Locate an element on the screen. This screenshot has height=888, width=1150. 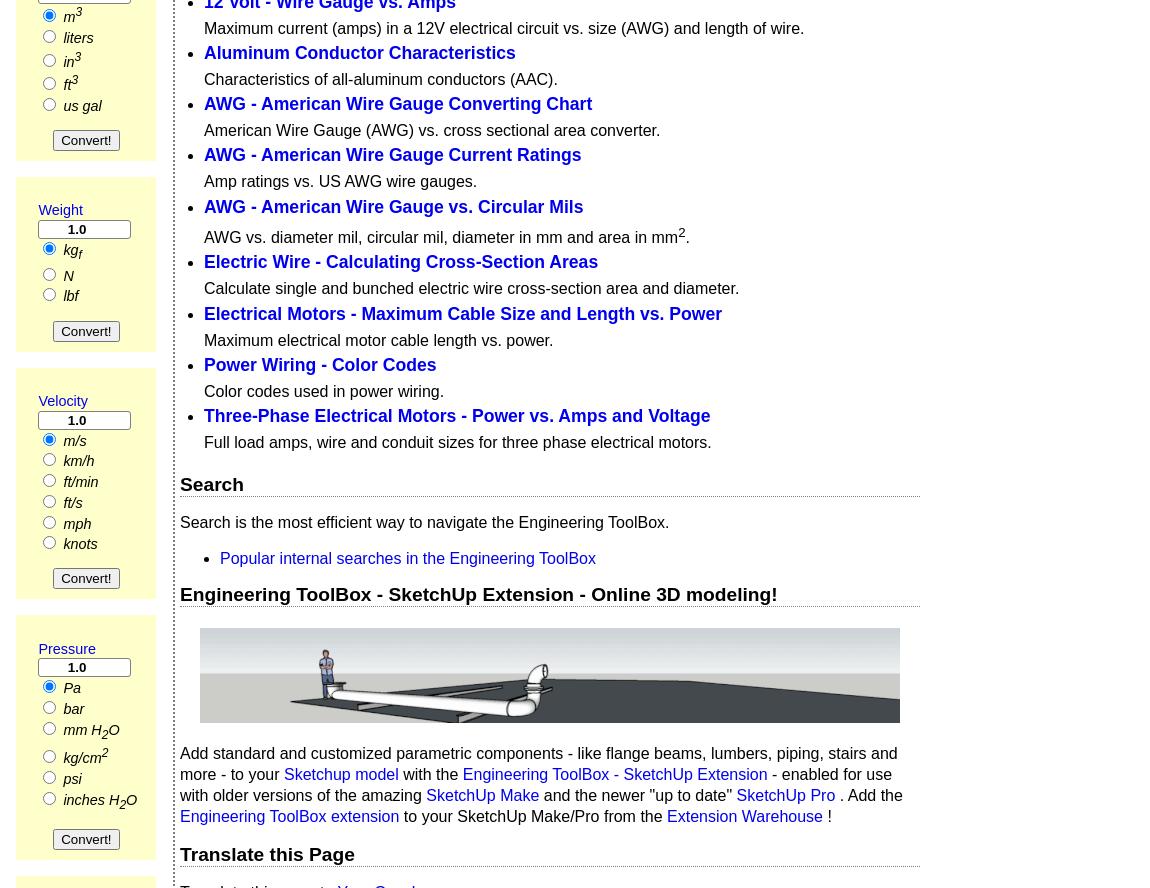
'N' is located at coordinates (66, 275).